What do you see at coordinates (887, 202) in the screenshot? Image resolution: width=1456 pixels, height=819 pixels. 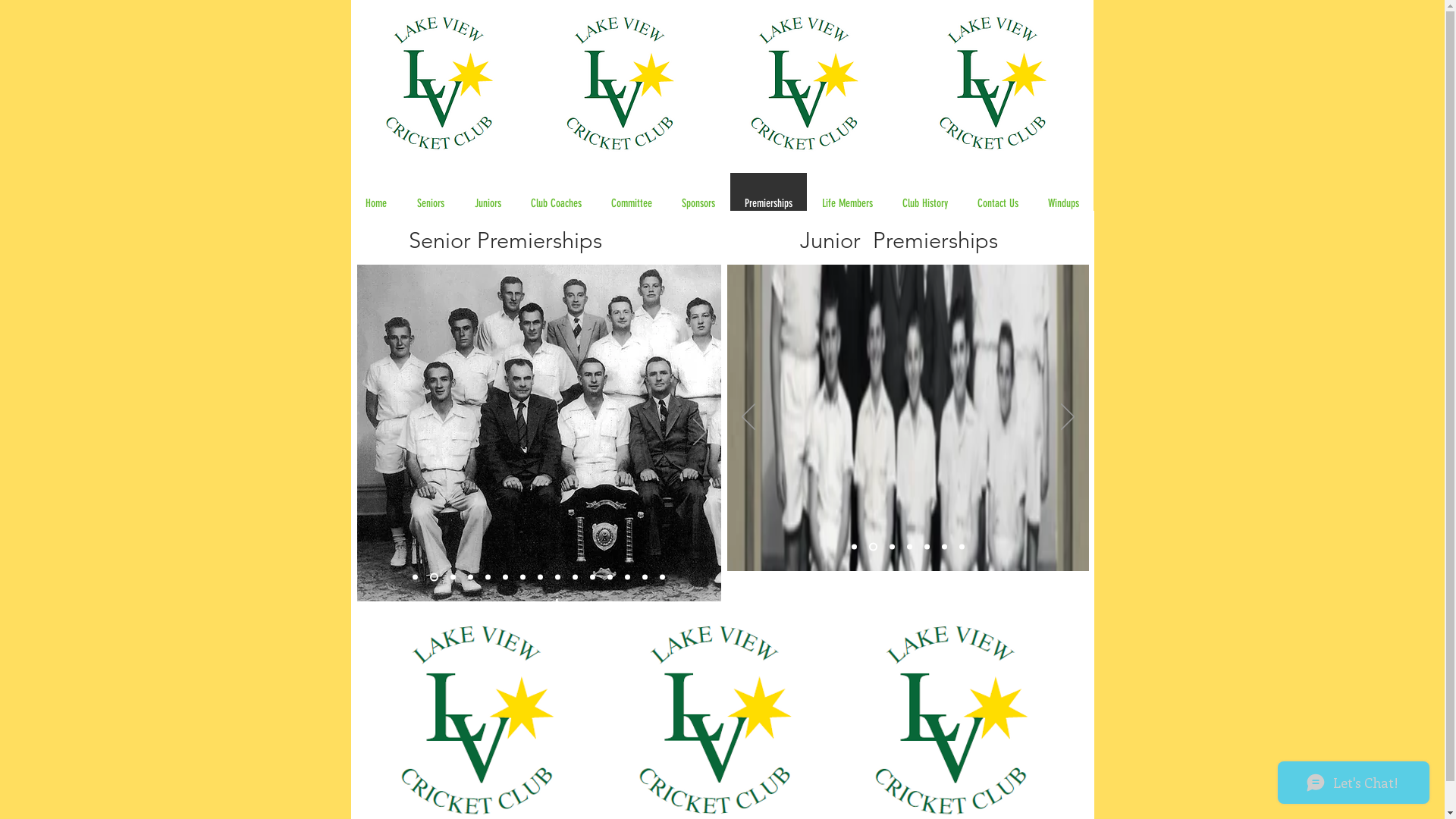 I see `'Club History'` at bounding box center [887, 202].